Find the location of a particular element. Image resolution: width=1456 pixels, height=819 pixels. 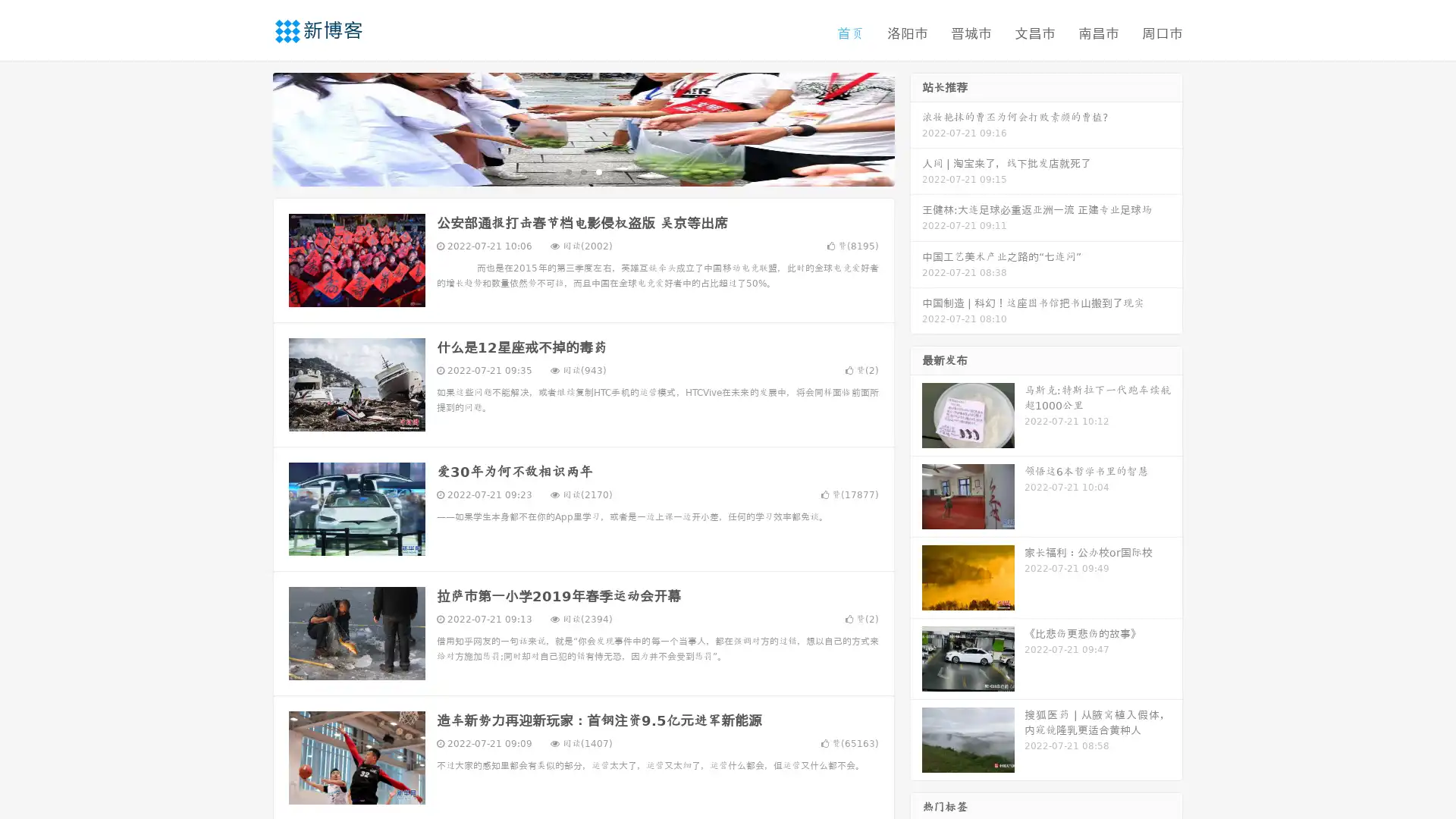

Go to slide 3 is located at coordinates (598, 171).